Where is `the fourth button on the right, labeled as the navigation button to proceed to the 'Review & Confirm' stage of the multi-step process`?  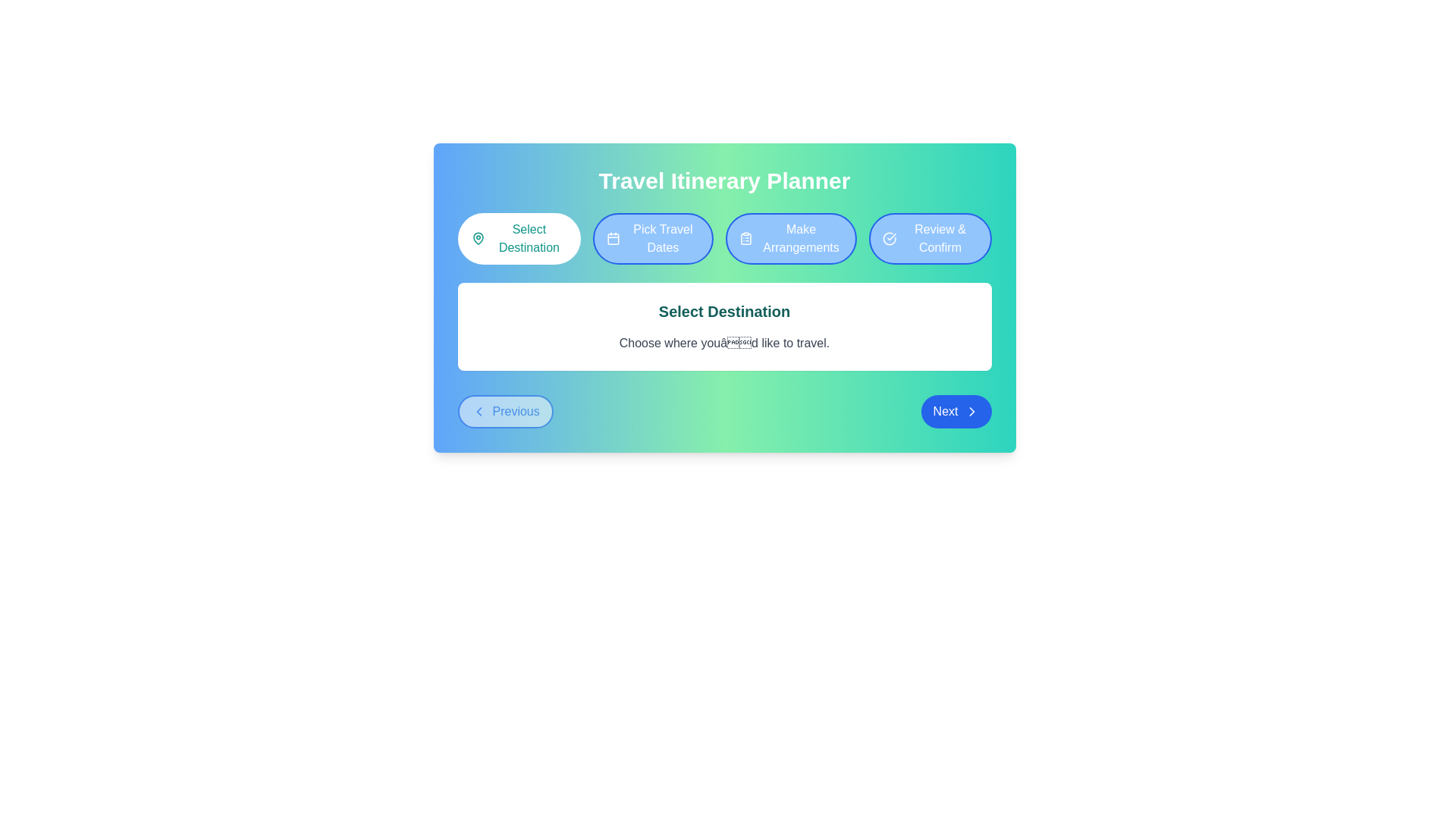
the fourth button on the right, labeled as the navigation button to proceed to the 'Review & Confirm' stage of the multi-step process is located at coordinates (929, 239).